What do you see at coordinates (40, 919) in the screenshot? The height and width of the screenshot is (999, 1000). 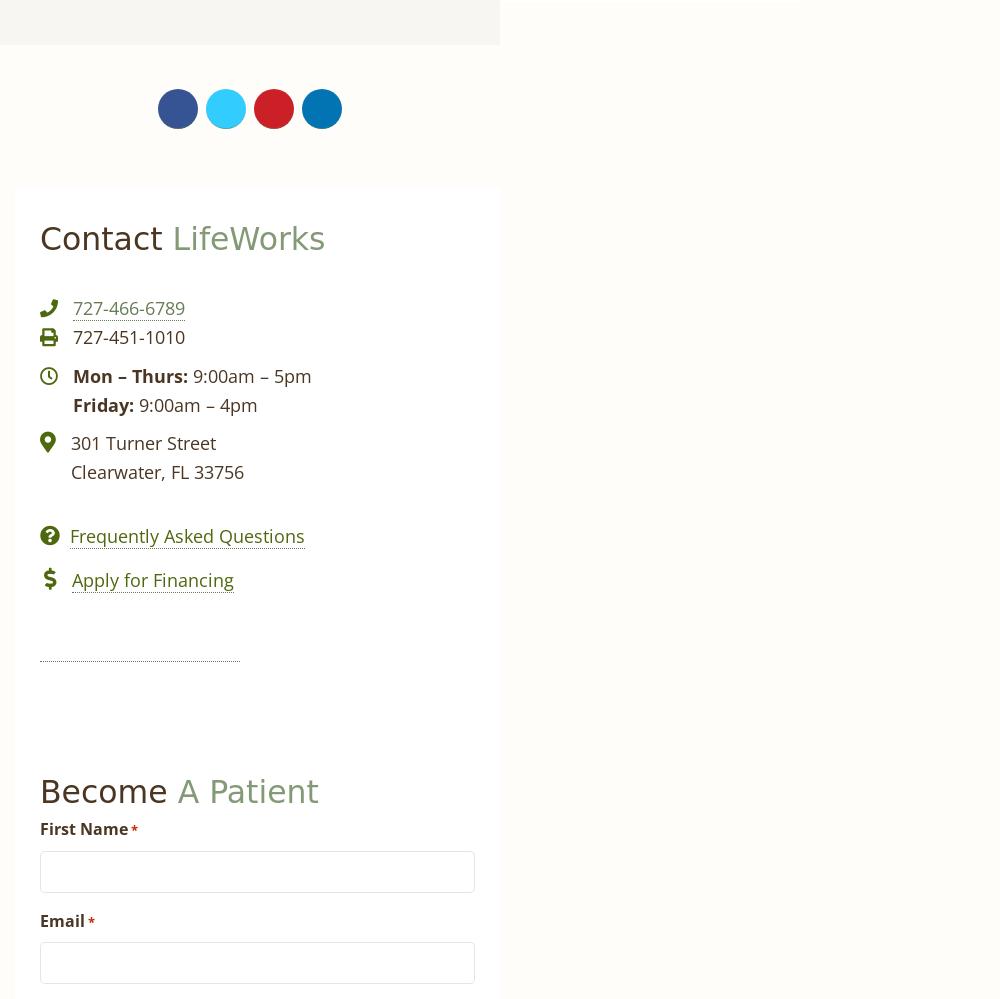 I see `'Email'` at bounding box center [40, 919].